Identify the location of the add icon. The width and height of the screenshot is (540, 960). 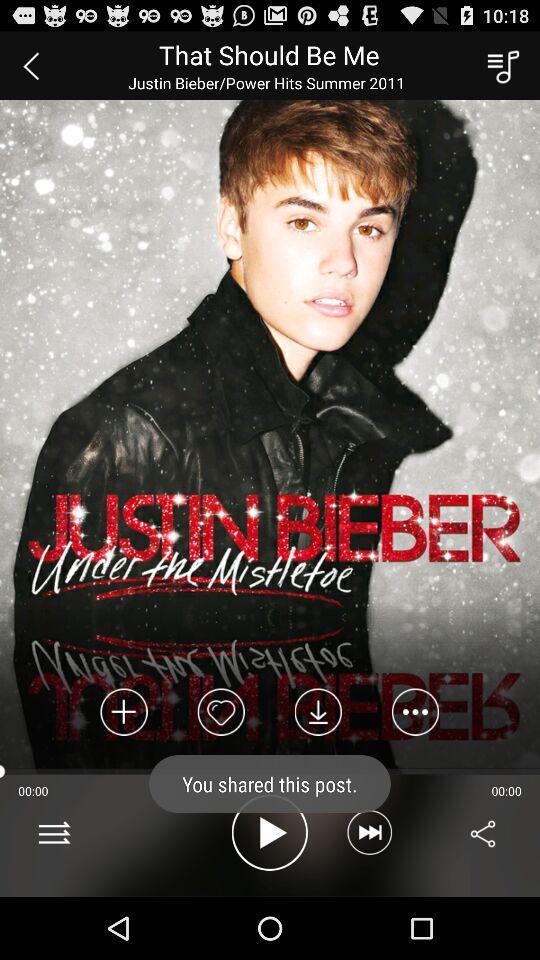
(124, 761).